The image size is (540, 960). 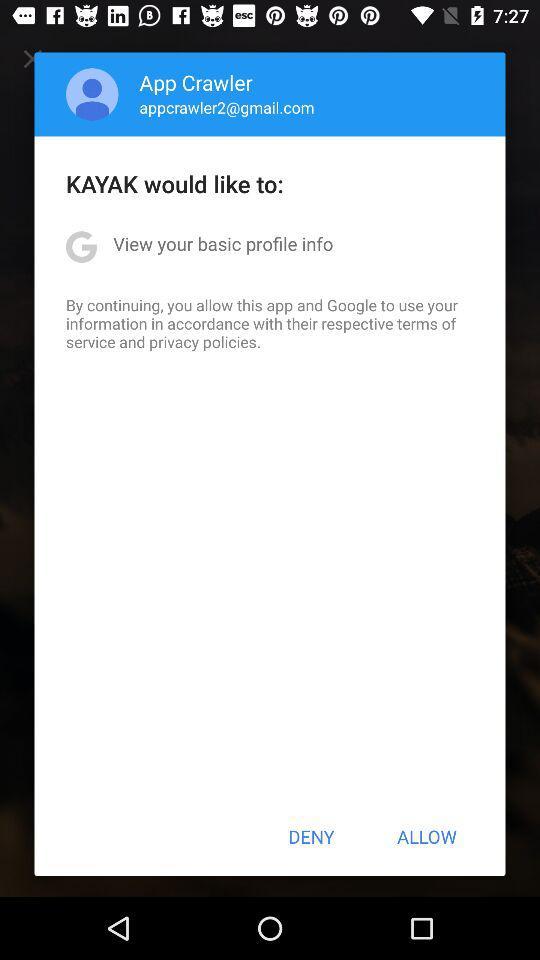 I want to click on the icon above kayak would like icon, so click(x=226, y=107).